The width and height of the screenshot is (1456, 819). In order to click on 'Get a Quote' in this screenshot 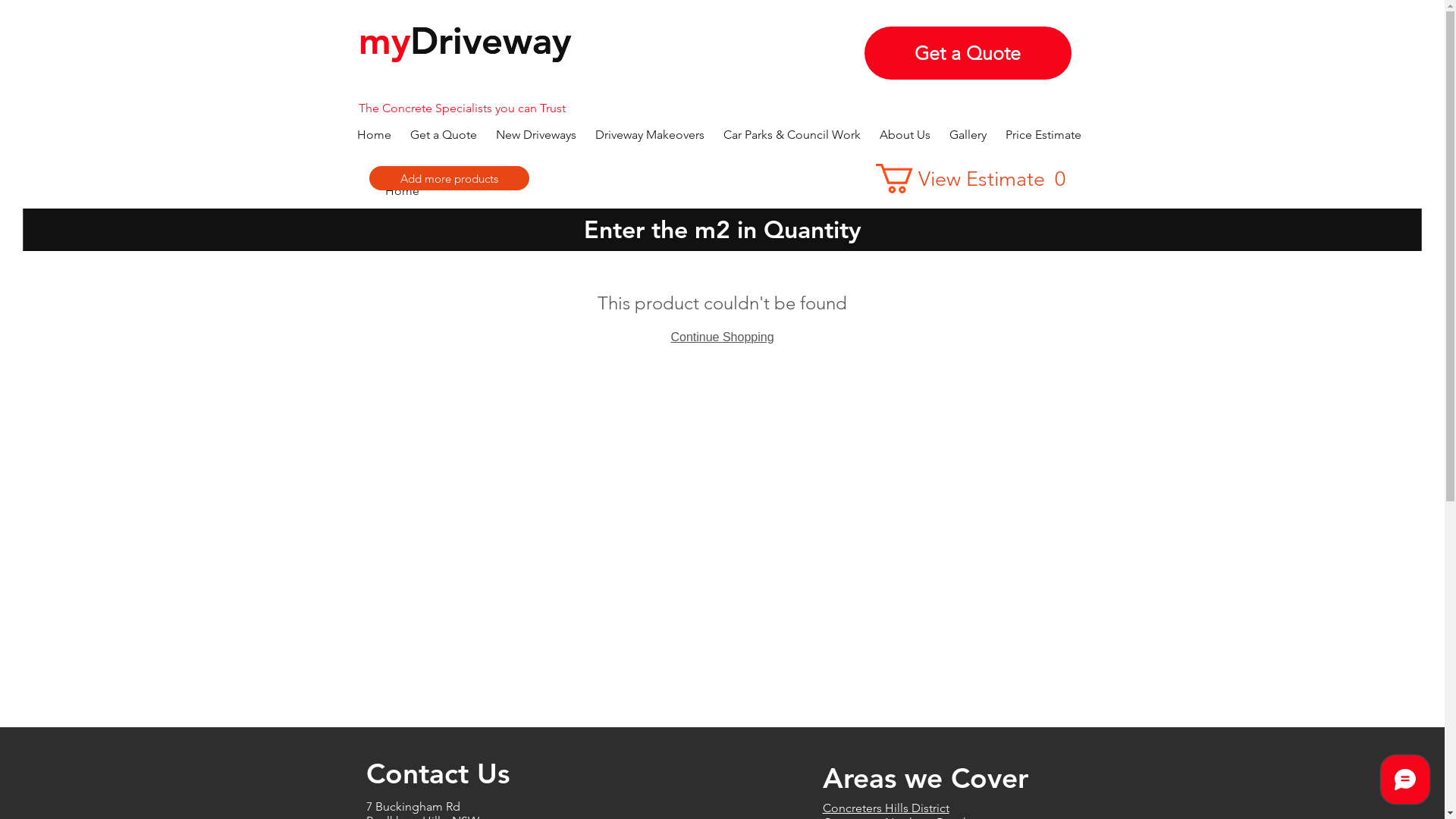, I will do `click(967, 52)`.